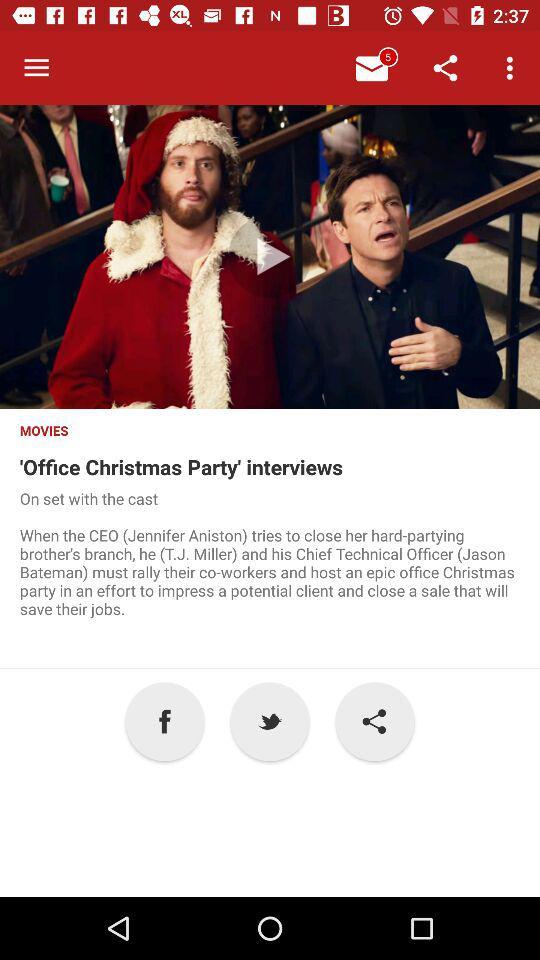 This screenshot has width=540, height=960. Describe the element at coordinates (270, 720) in the screenshot. I see `p` at that location.